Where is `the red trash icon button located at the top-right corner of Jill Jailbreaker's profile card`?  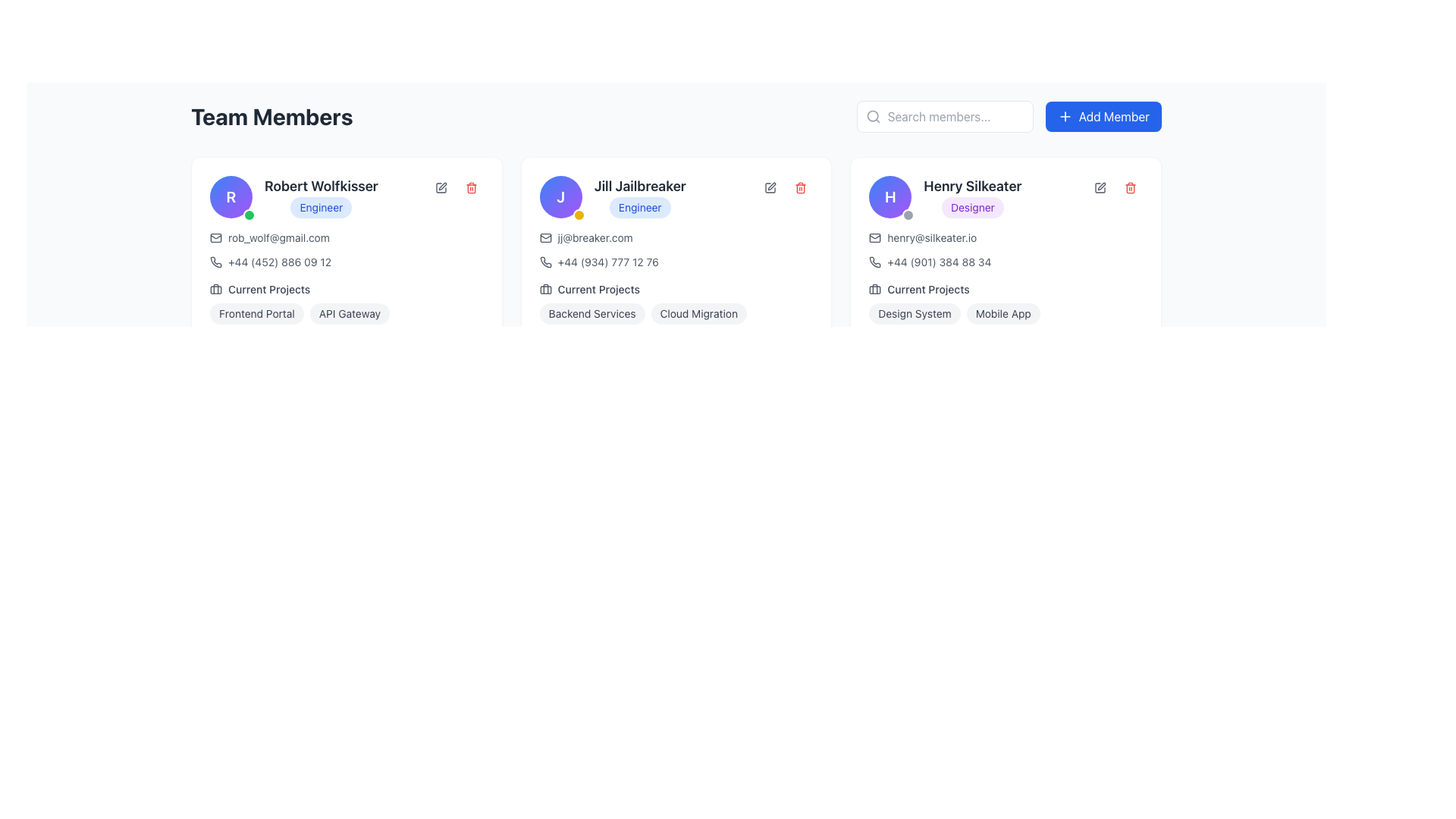 the red trash icon button located at the top-right corner of Jill Jailbreaker's profile card is located at coordinates (800, 187).